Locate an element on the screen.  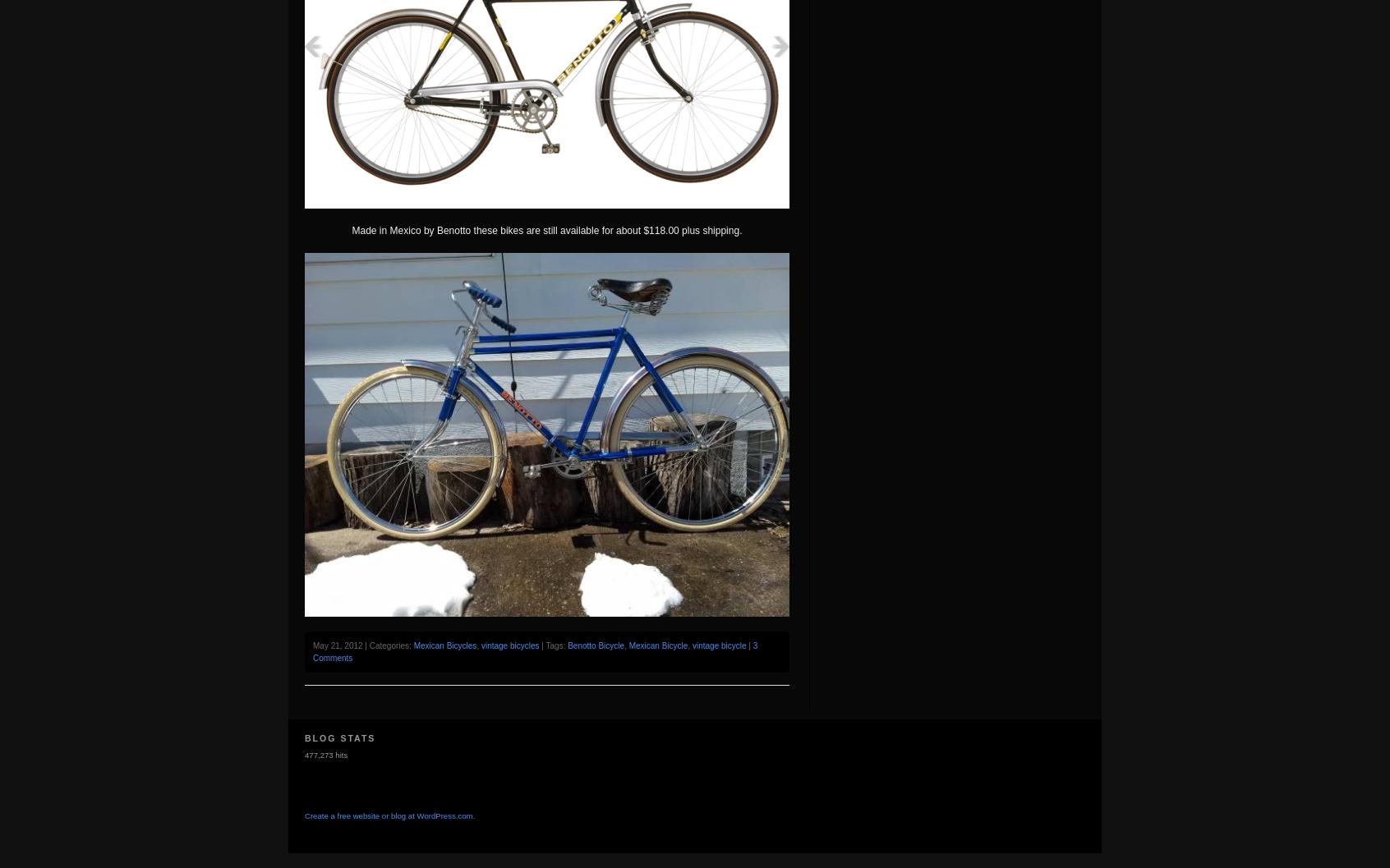
'Blog Stats' is located at coordinates (340, 737).